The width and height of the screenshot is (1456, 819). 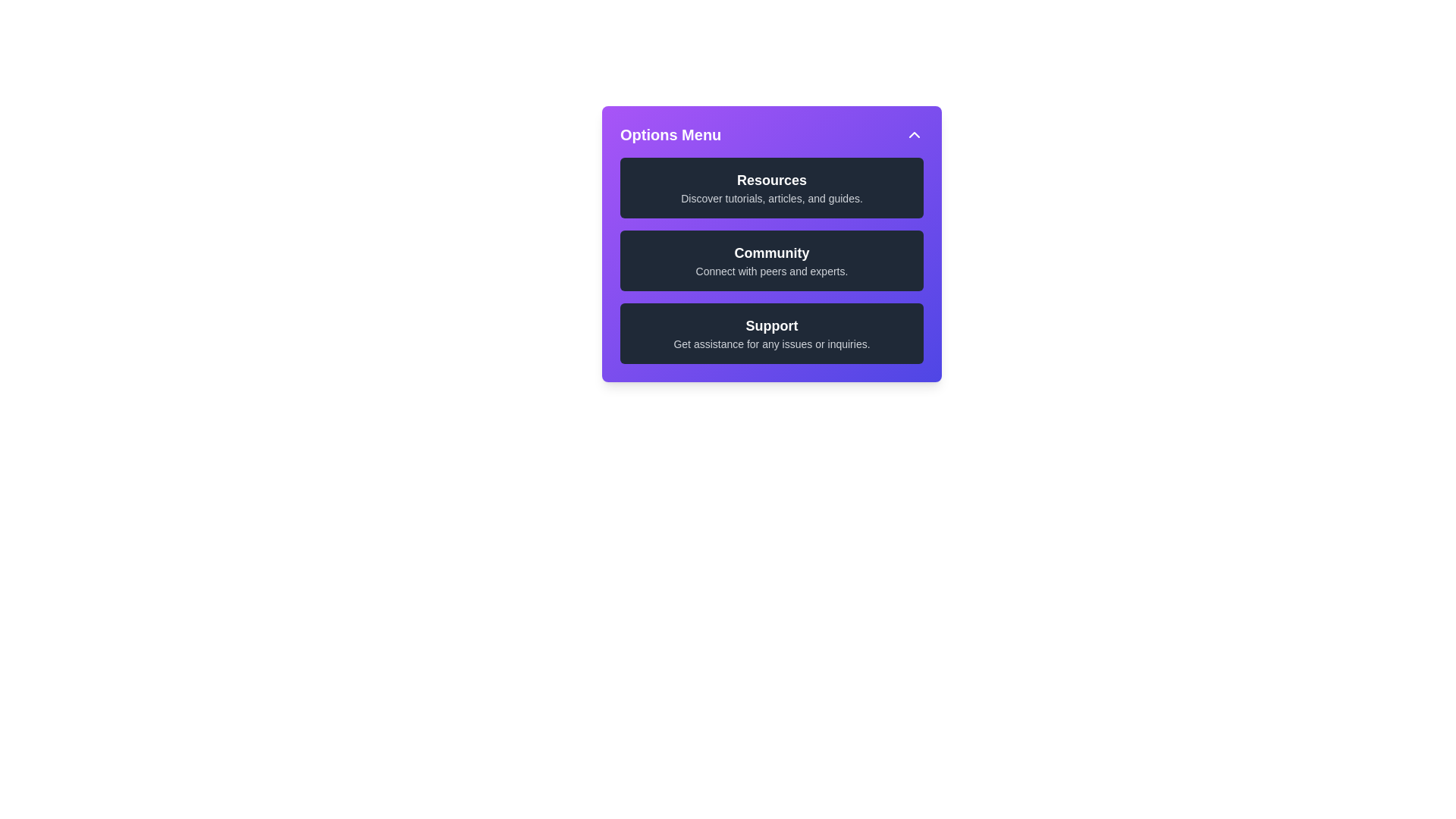 What do you see at coordinates (771, 187) in the screenshot?
I see `the list item labeled Resources to select it` at bounding box center [771, 187].